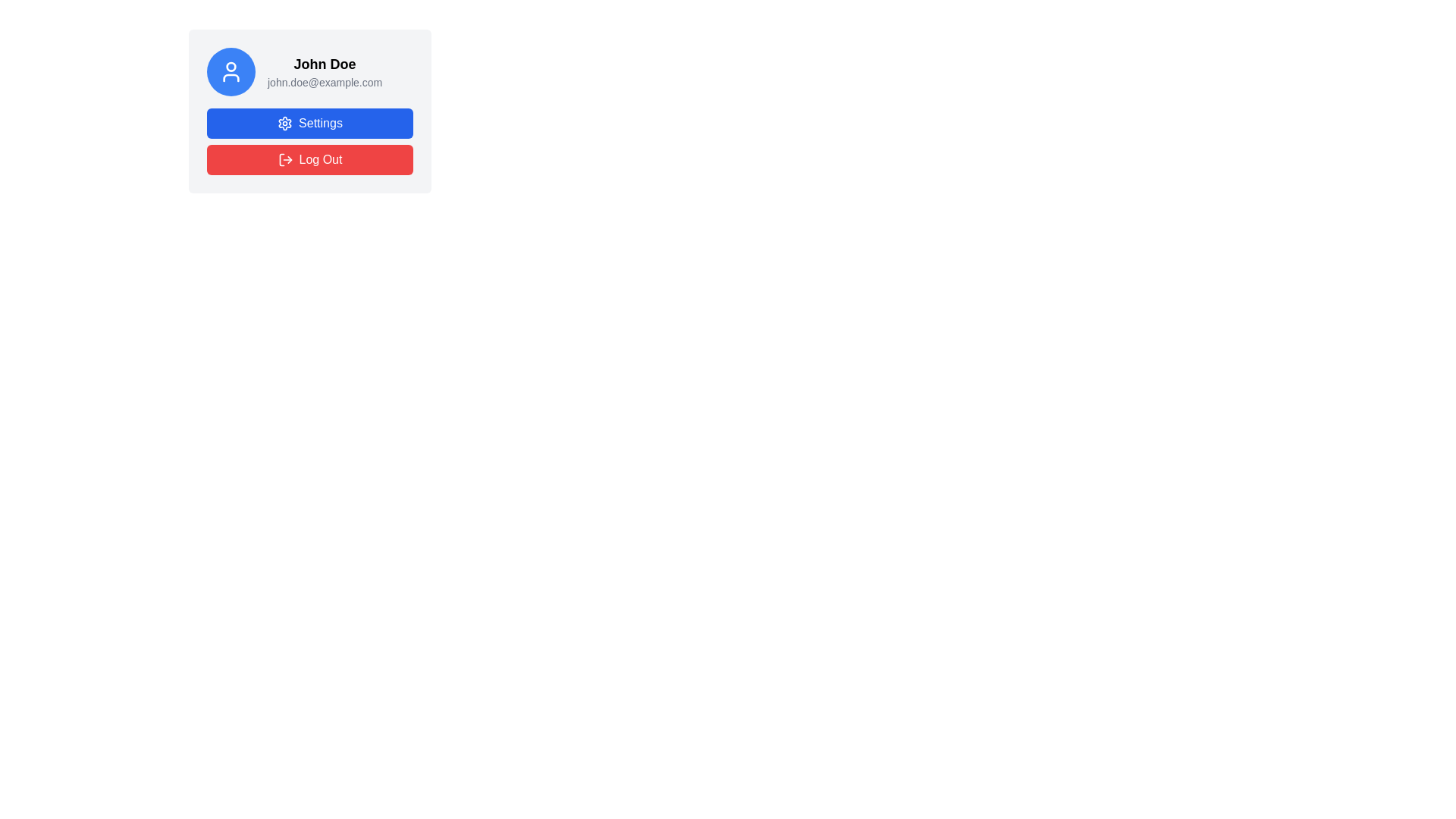 Image resolution: width=1456 pixels, height=819 pixels. Describe the element at coordinates (309, 110) in the screenshot. I see `the blue 'Settings' button with a gear icon located below the user information panel` at that location.